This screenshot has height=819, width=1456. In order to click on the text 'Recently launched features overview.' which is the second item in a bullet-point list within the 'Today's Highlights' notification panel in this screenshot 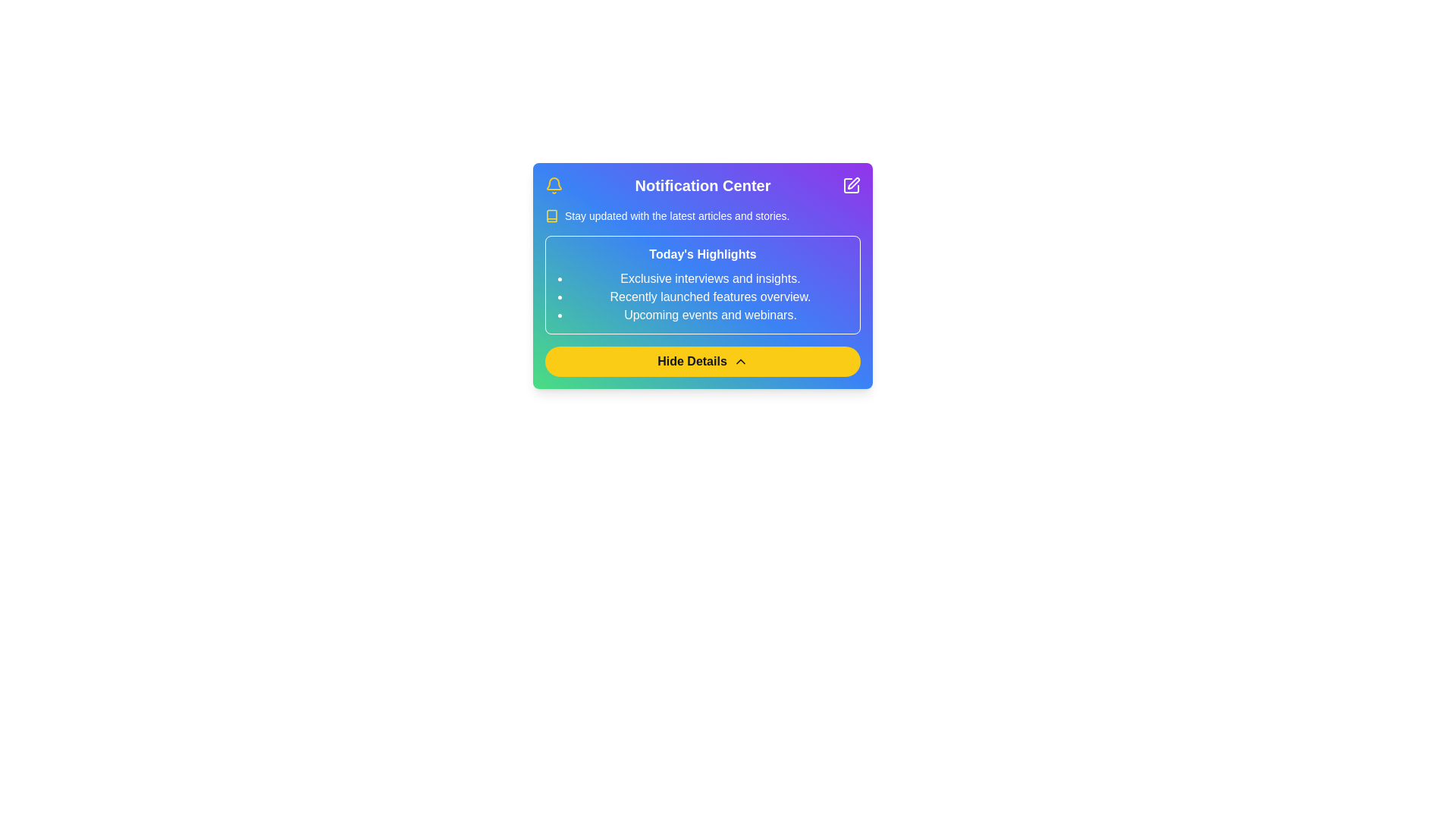, I will do `click(709, 297)`.